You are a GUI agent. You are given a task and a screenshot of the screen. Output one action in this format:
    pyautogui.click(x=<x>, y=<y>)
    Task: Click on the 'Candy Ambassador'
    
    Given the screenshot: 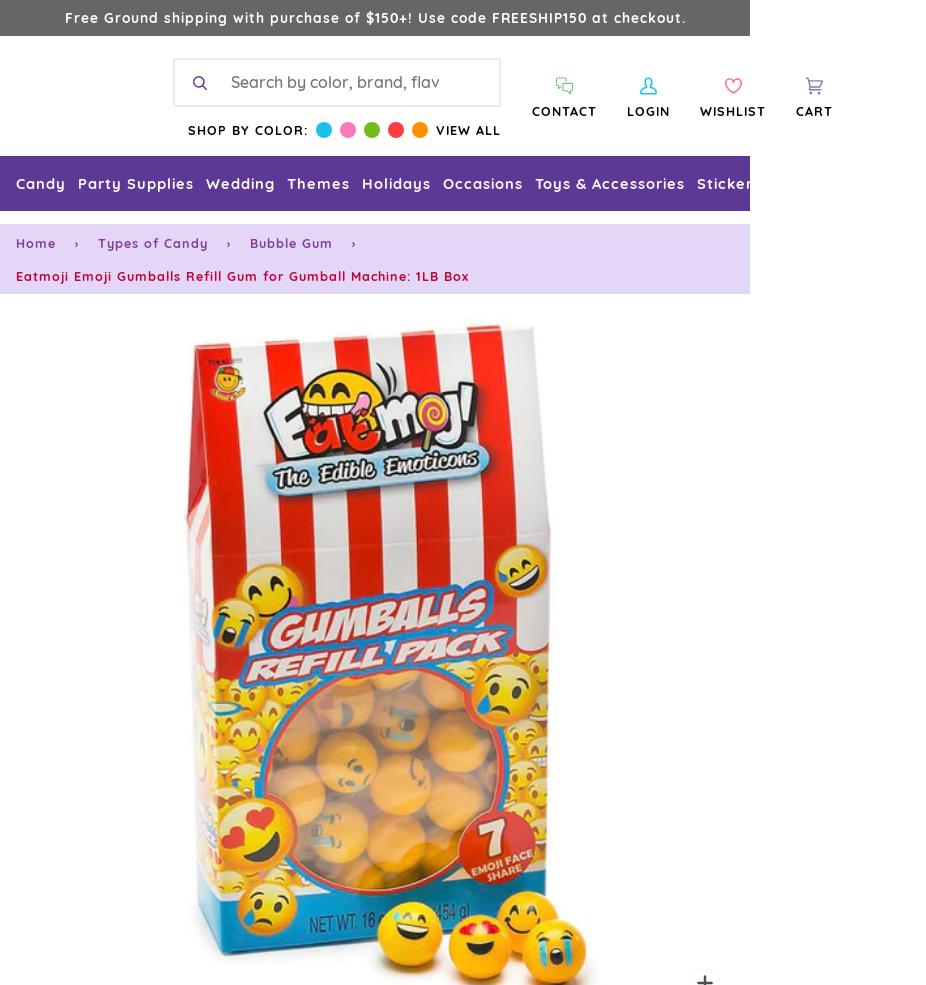 What is the action you would take?
    pyautogui.click(x=81, y=577)
    